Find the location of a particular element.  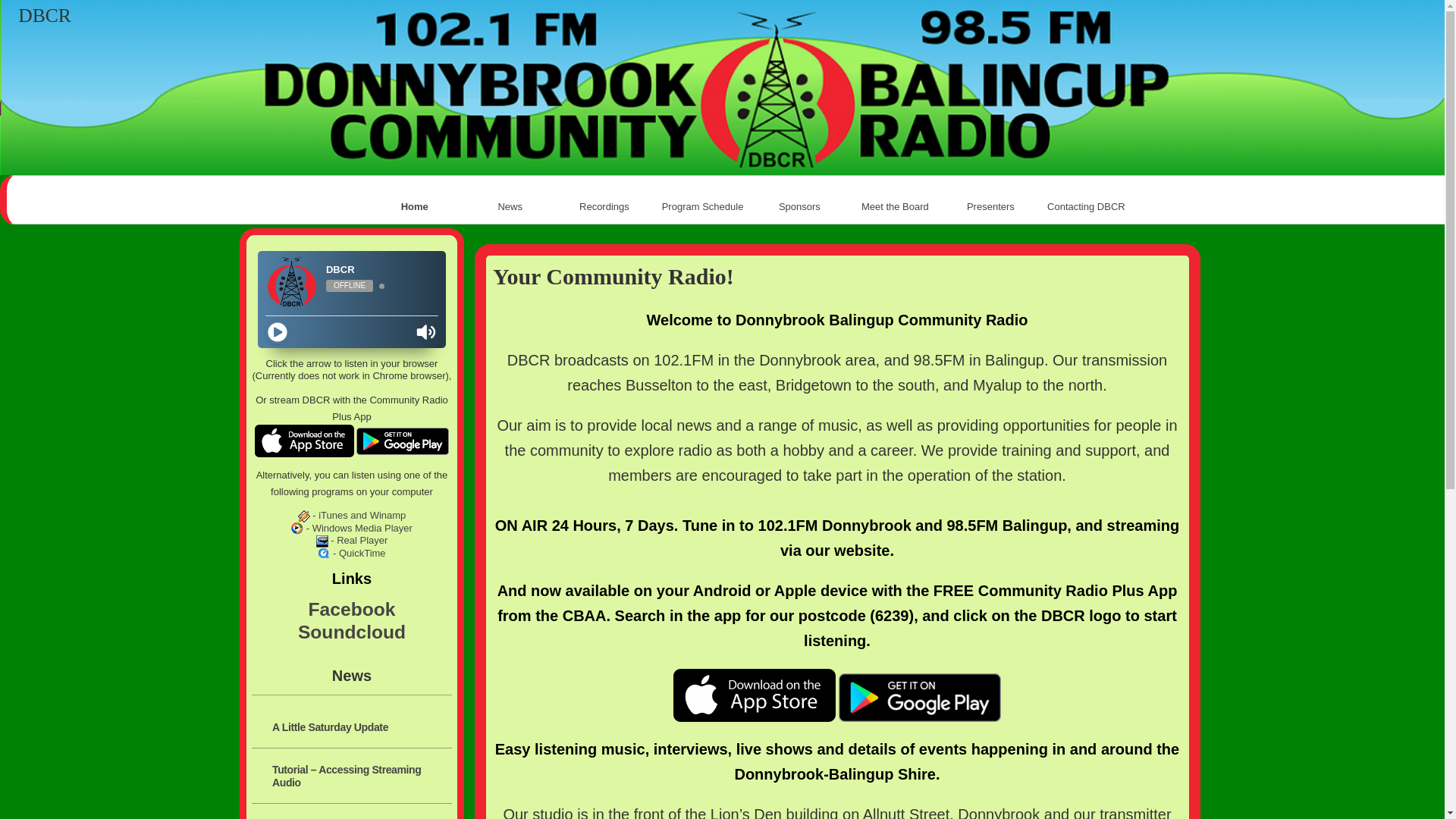

'Facebook' is located at coordinates (351, 608).